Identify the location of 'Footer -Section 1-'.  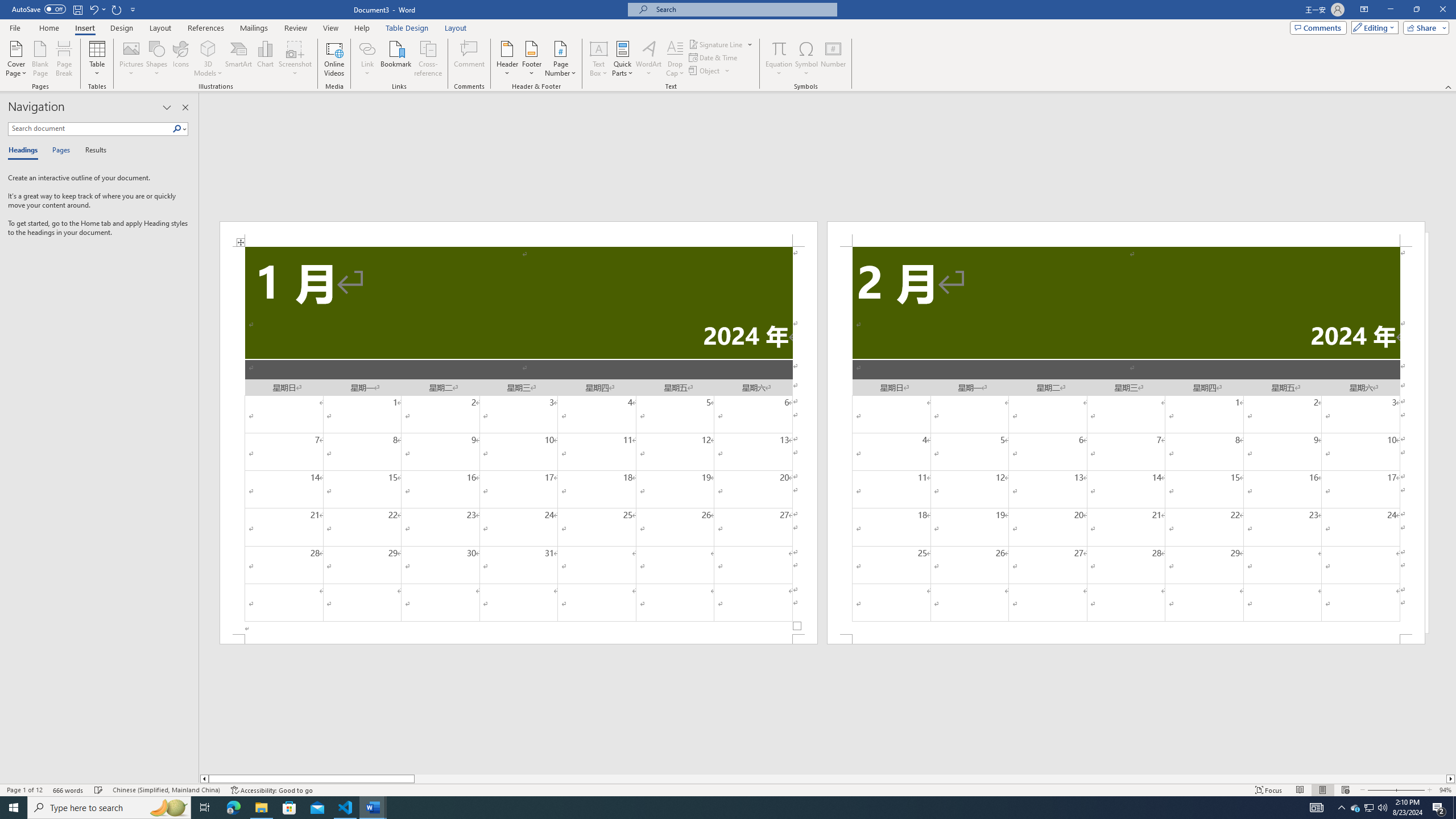
(519, 638).